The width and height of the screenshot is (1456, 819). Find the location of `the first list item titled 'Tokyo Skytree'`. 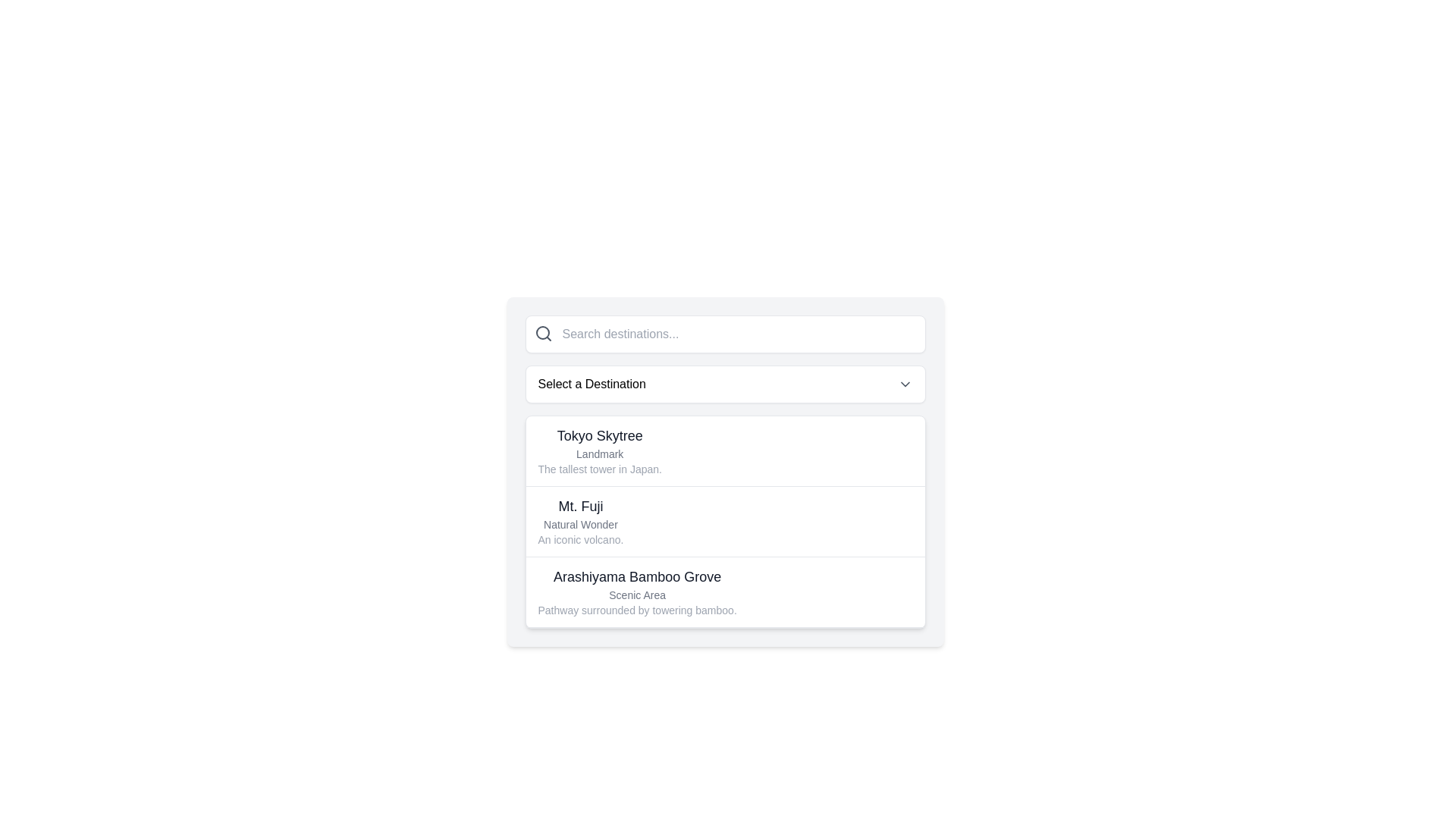

the first list item titled 'Tokyo Skytree' is located at coordinates (724, 450).